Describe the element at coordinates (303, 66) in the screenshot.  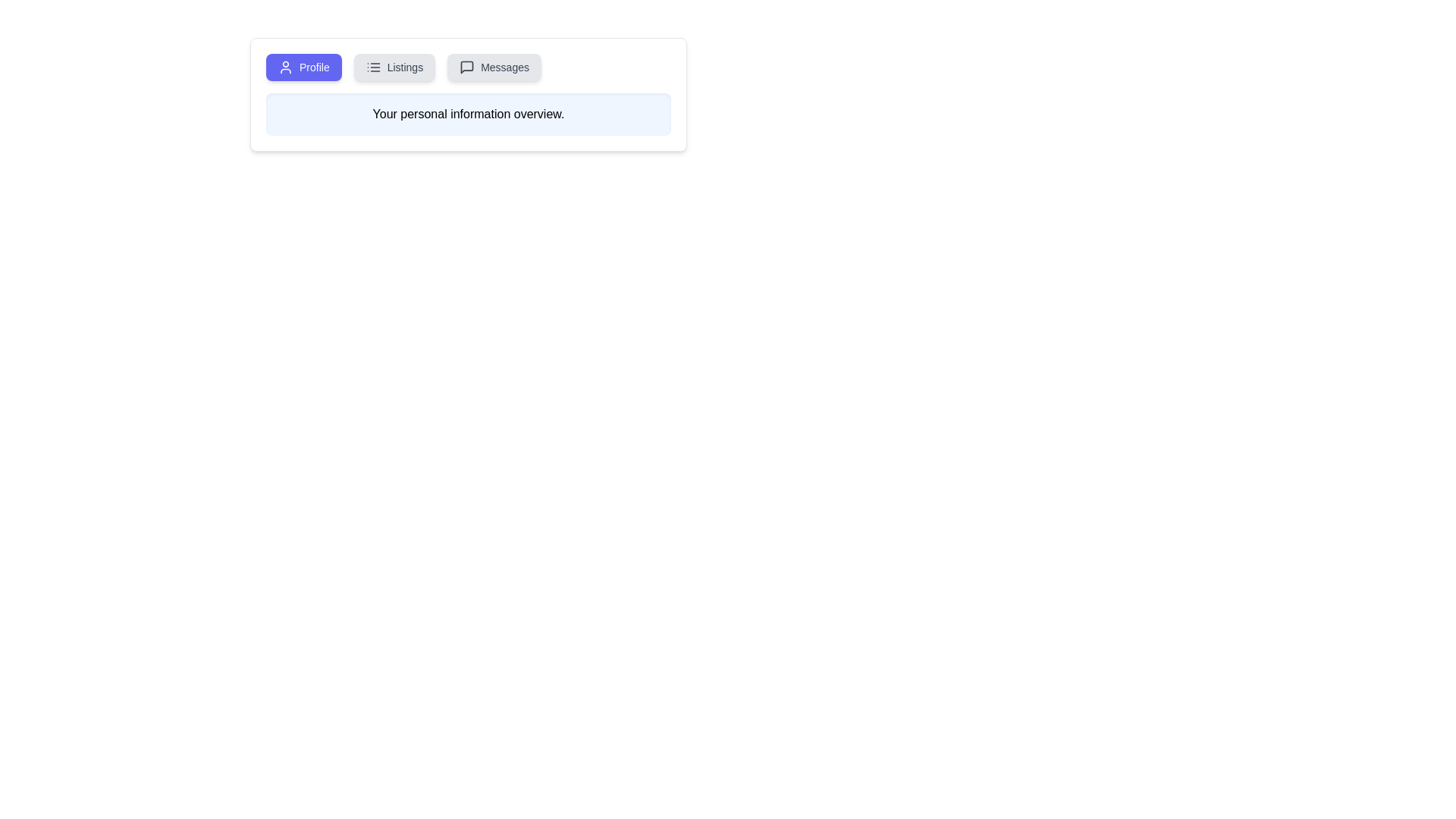
I see `the tab labeled Profile to view its content` at that location.